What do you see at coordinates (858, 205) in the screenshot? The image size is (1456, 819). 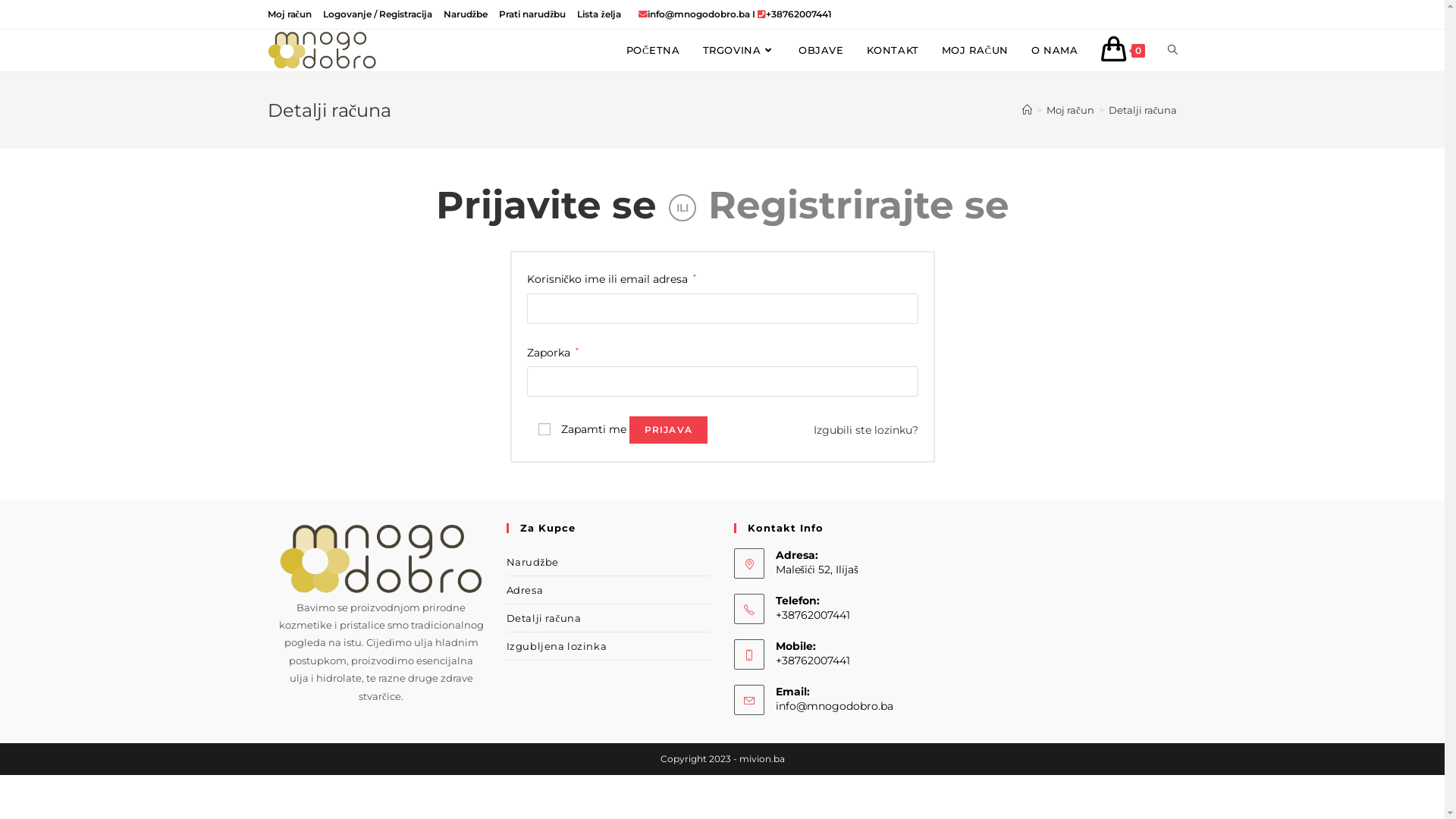 I see `'Registrirajte se'` at bounding box center [858, 205].